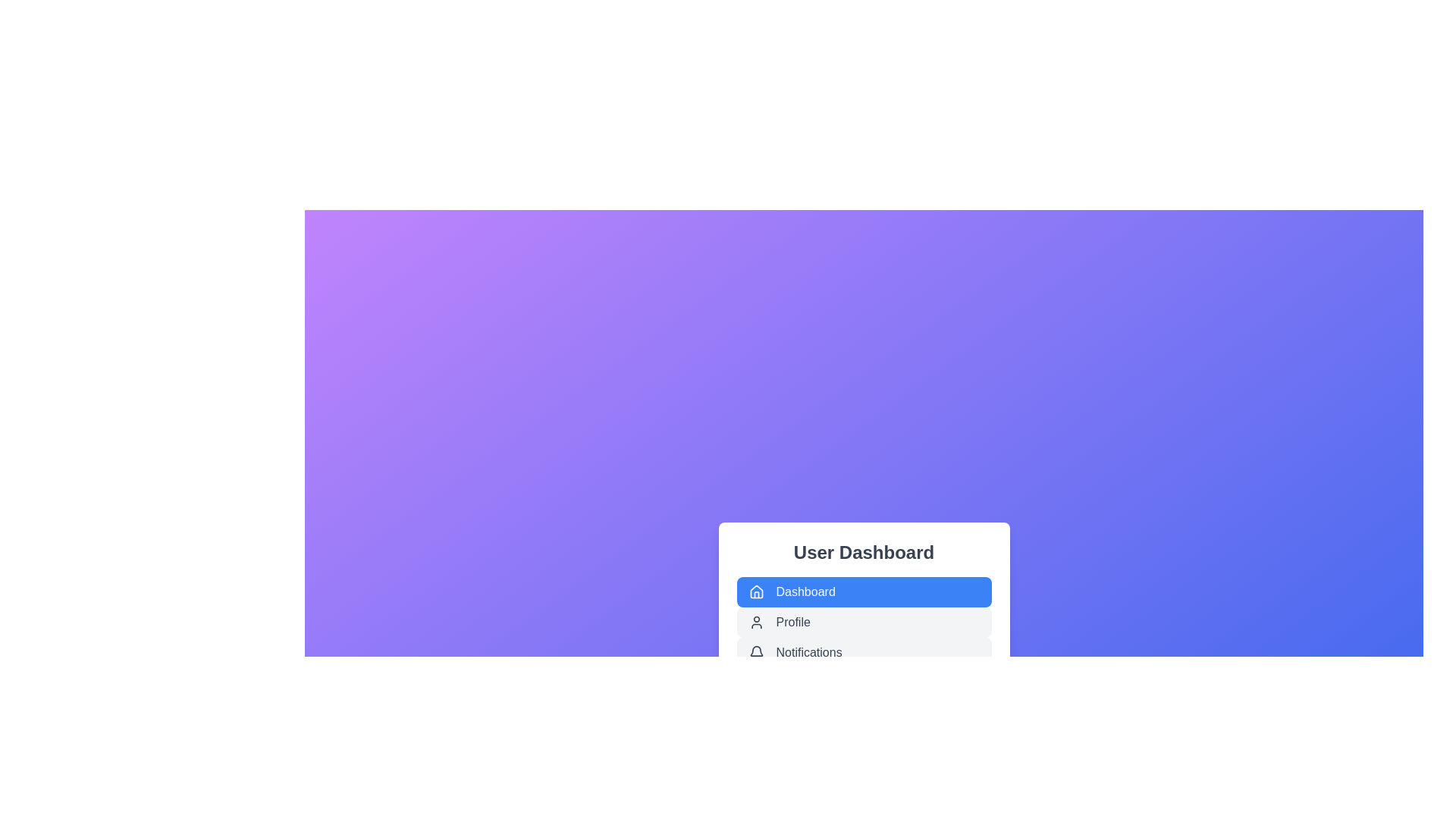 The width and height of the screenshot is (1456, 819). I want to click on the heading text that serves as the title for the section to check for any tooltip appearance, so click(864, 553).